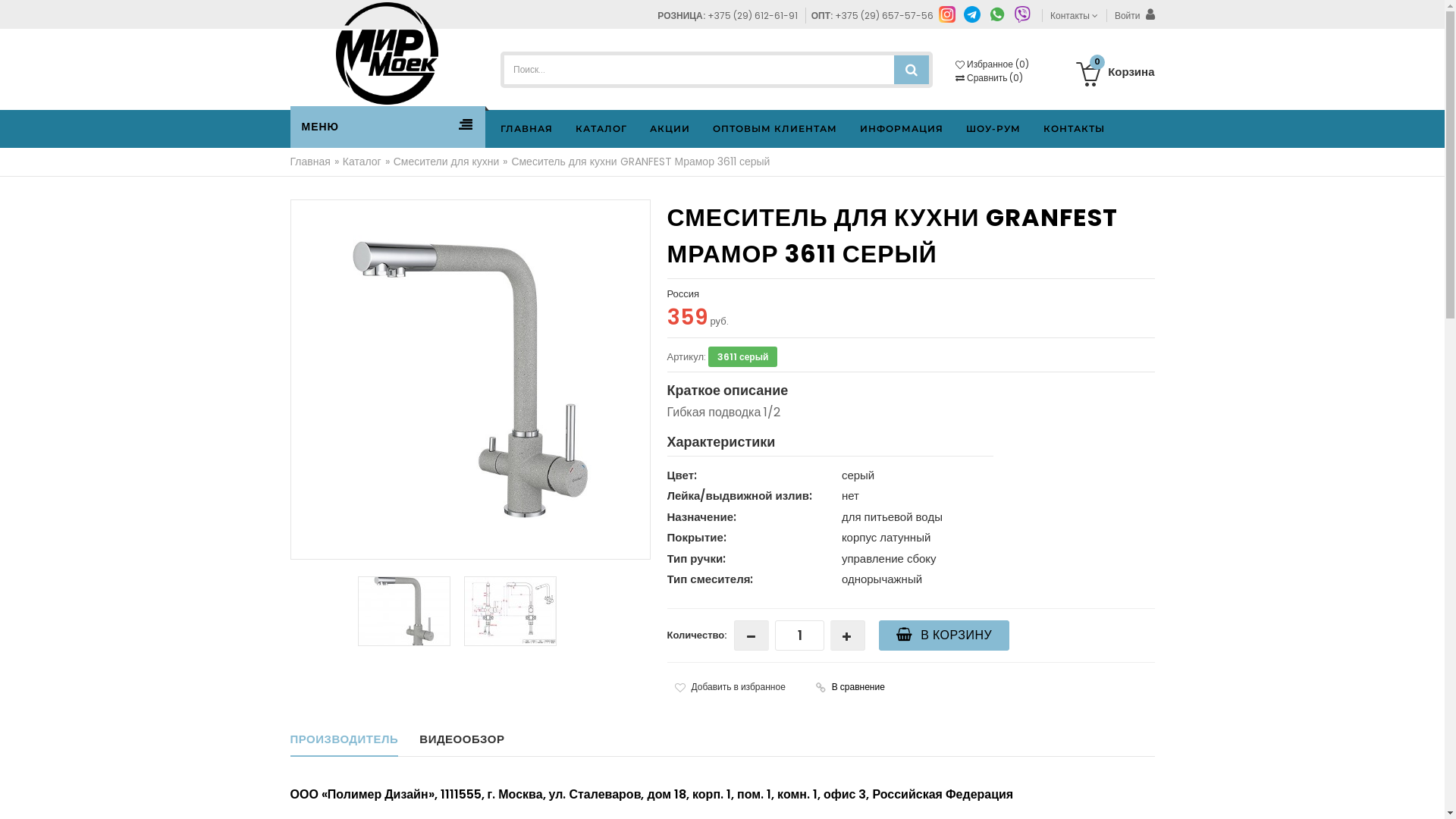  I want to click on ' ', so click(751, 635).